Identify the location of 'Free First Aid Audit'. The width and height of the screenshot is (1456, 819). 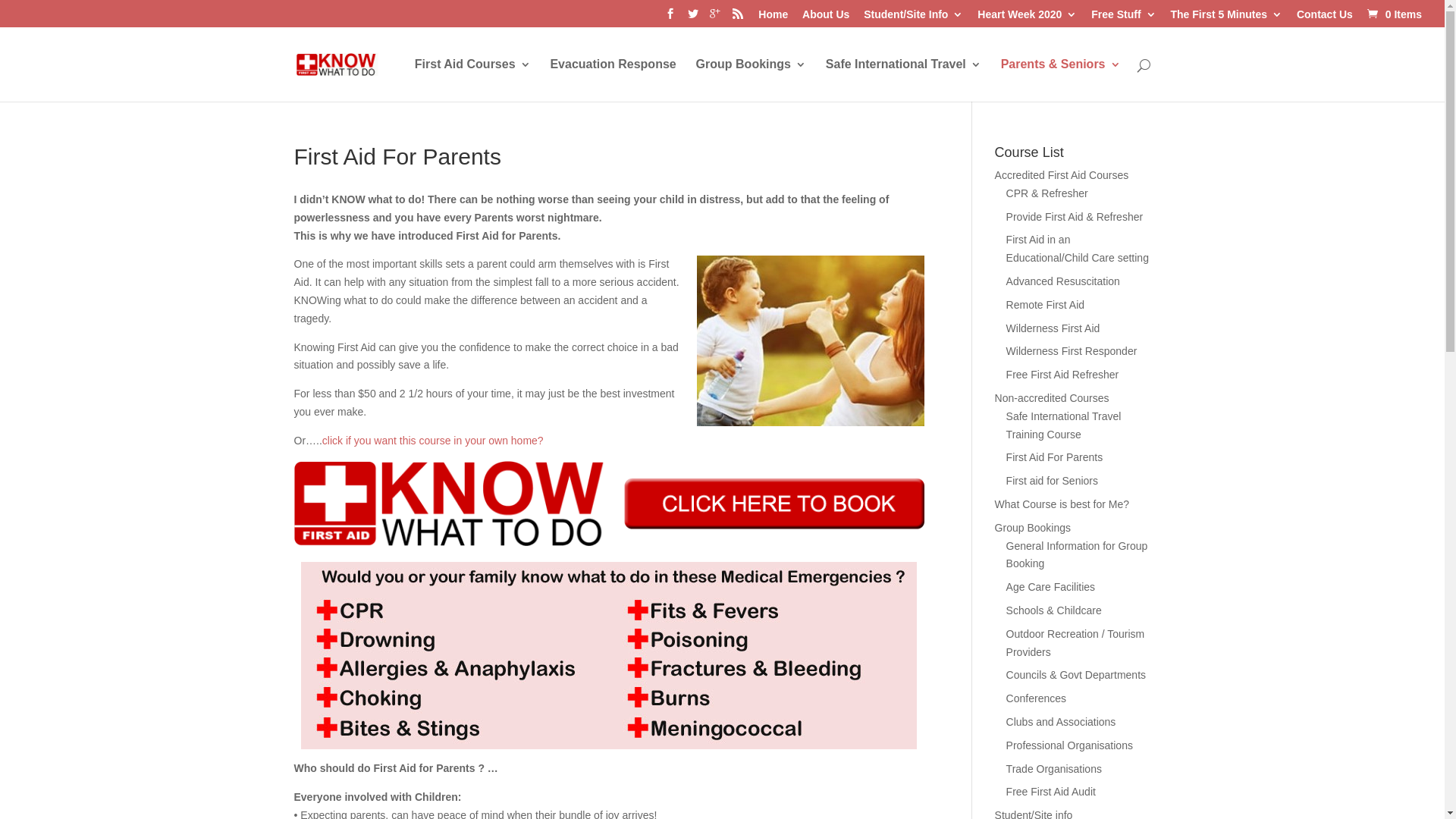
(1050, 791).